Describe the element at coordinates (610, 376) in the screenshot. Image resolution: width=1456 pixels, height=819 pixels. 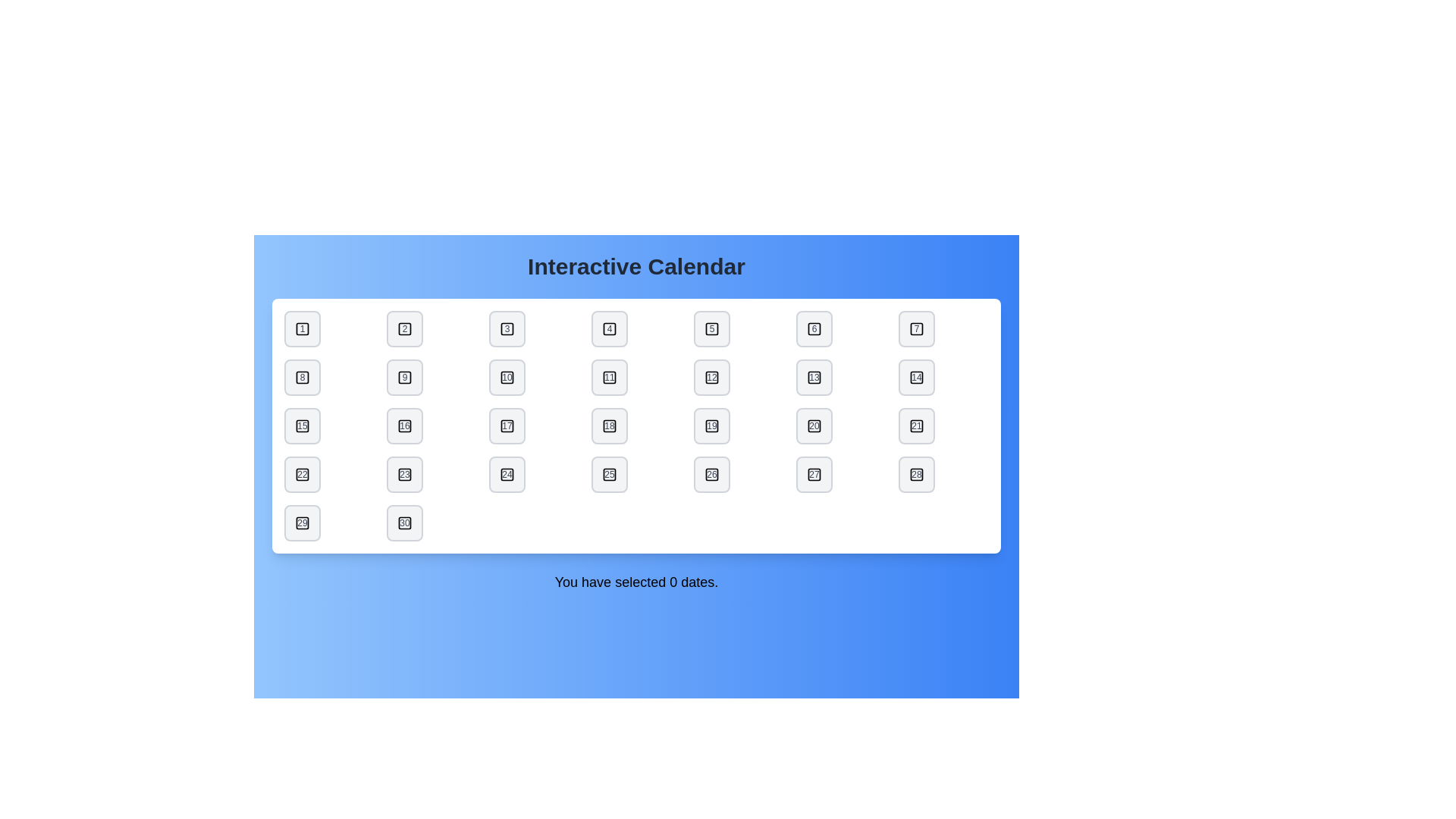
I see `the date button labeled 11 to toggle its selection state` at that location.